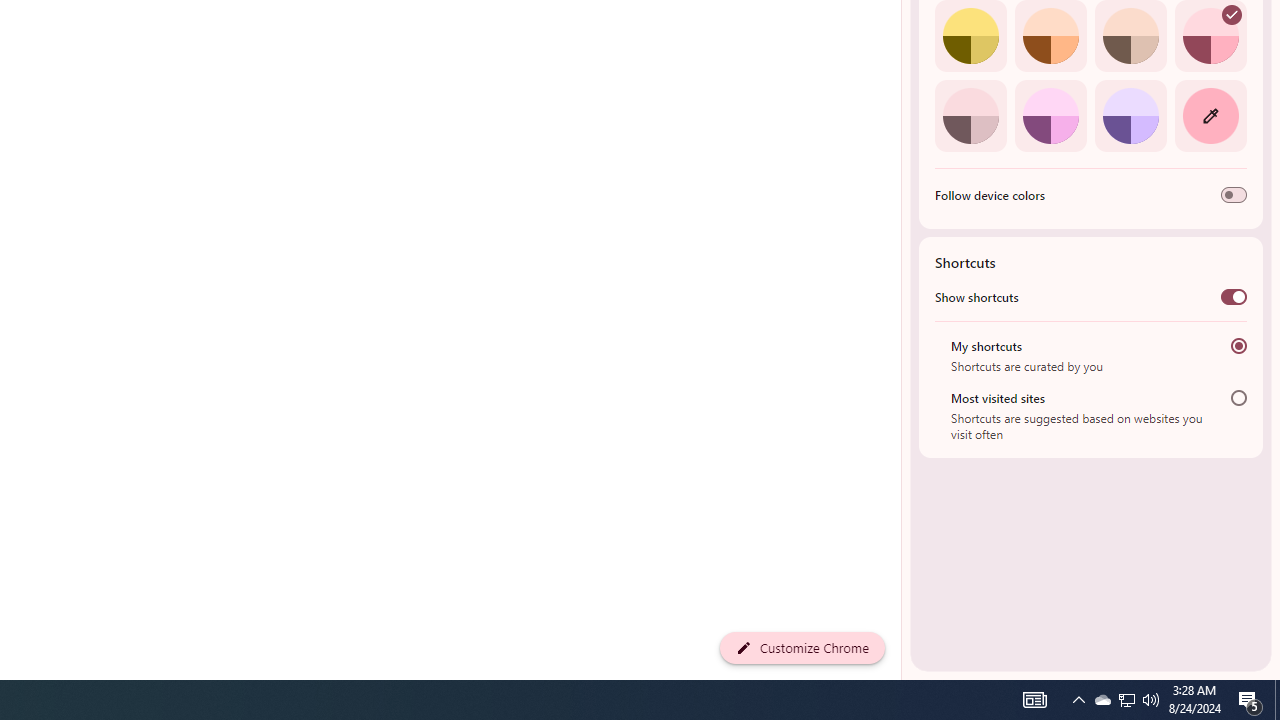 The width and height of the screenshot is (1280, 720). Describe the element at coordinates (1231, 15) in the screenshot. I see `'AutomationID: svg'` at that location.